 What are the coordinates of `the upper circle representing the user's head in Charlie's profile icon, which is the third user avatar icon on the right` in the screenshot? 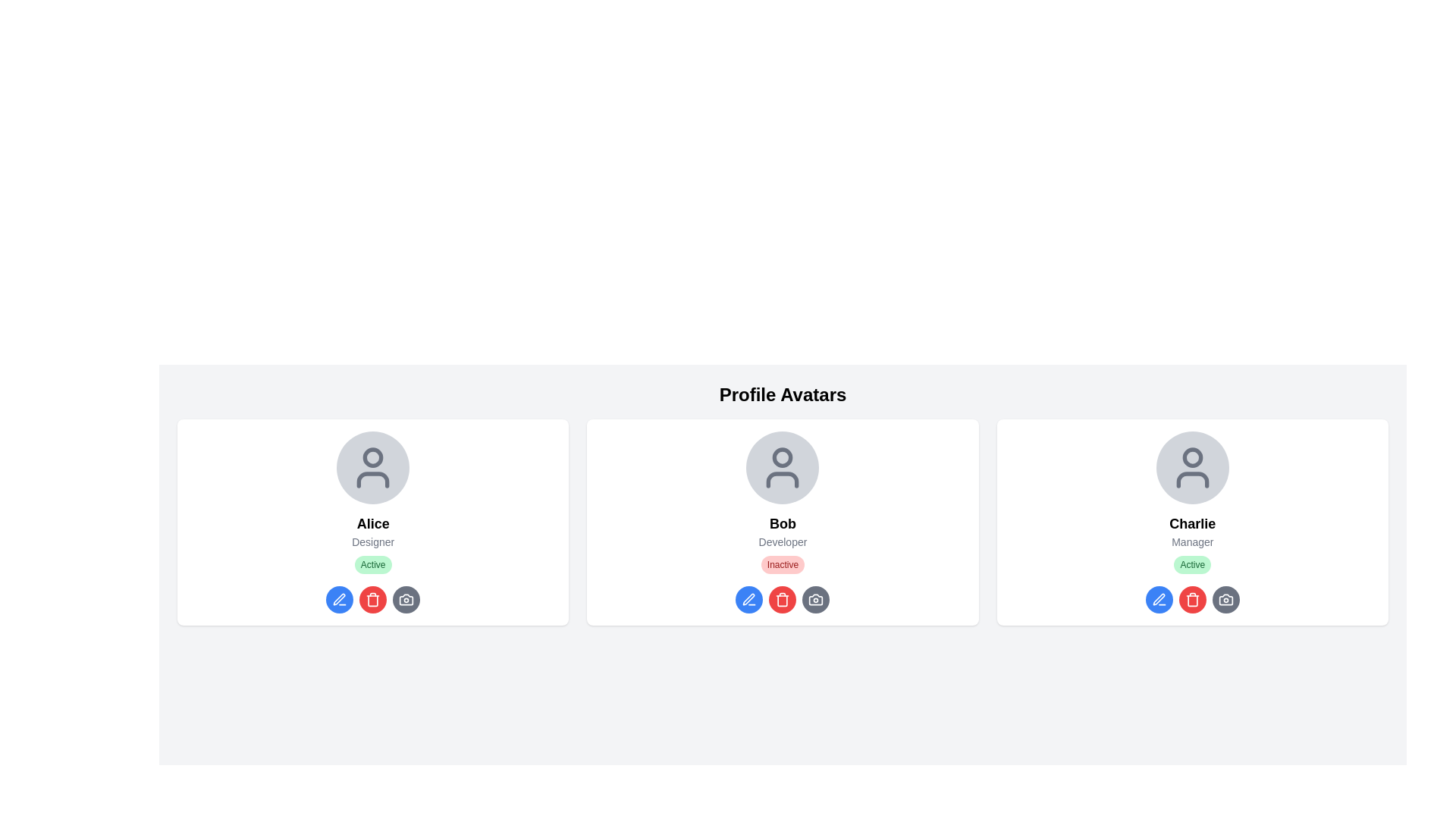 It's located at (1191, 457).